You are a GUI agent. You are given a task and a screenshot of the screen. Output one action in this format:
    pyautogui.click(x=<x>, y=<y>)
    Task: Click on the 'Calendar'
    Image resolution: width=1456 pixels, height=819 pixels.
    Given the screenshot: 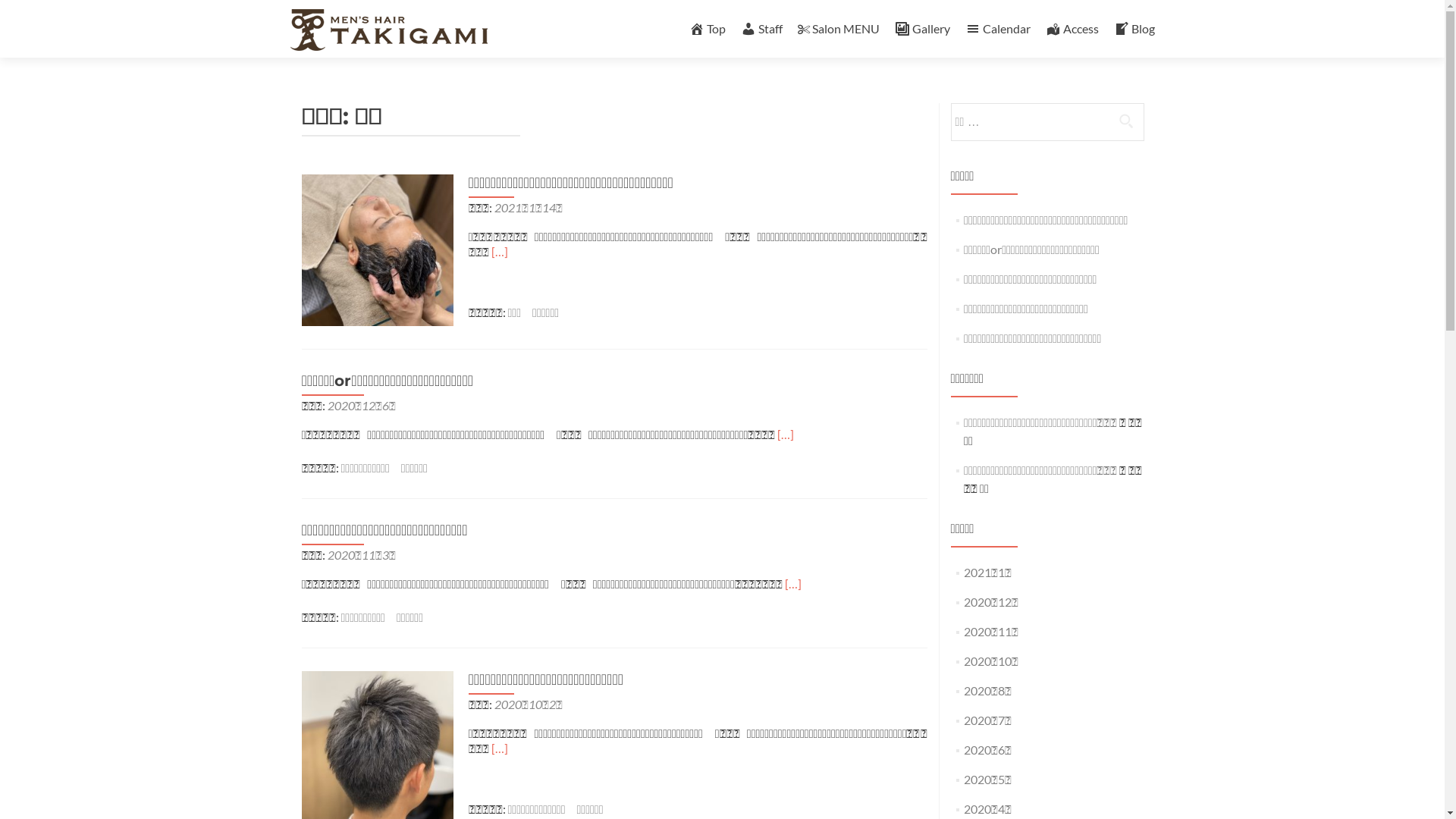 What is the action you would take?
    pyautogui.click(x=997, y=28)
    